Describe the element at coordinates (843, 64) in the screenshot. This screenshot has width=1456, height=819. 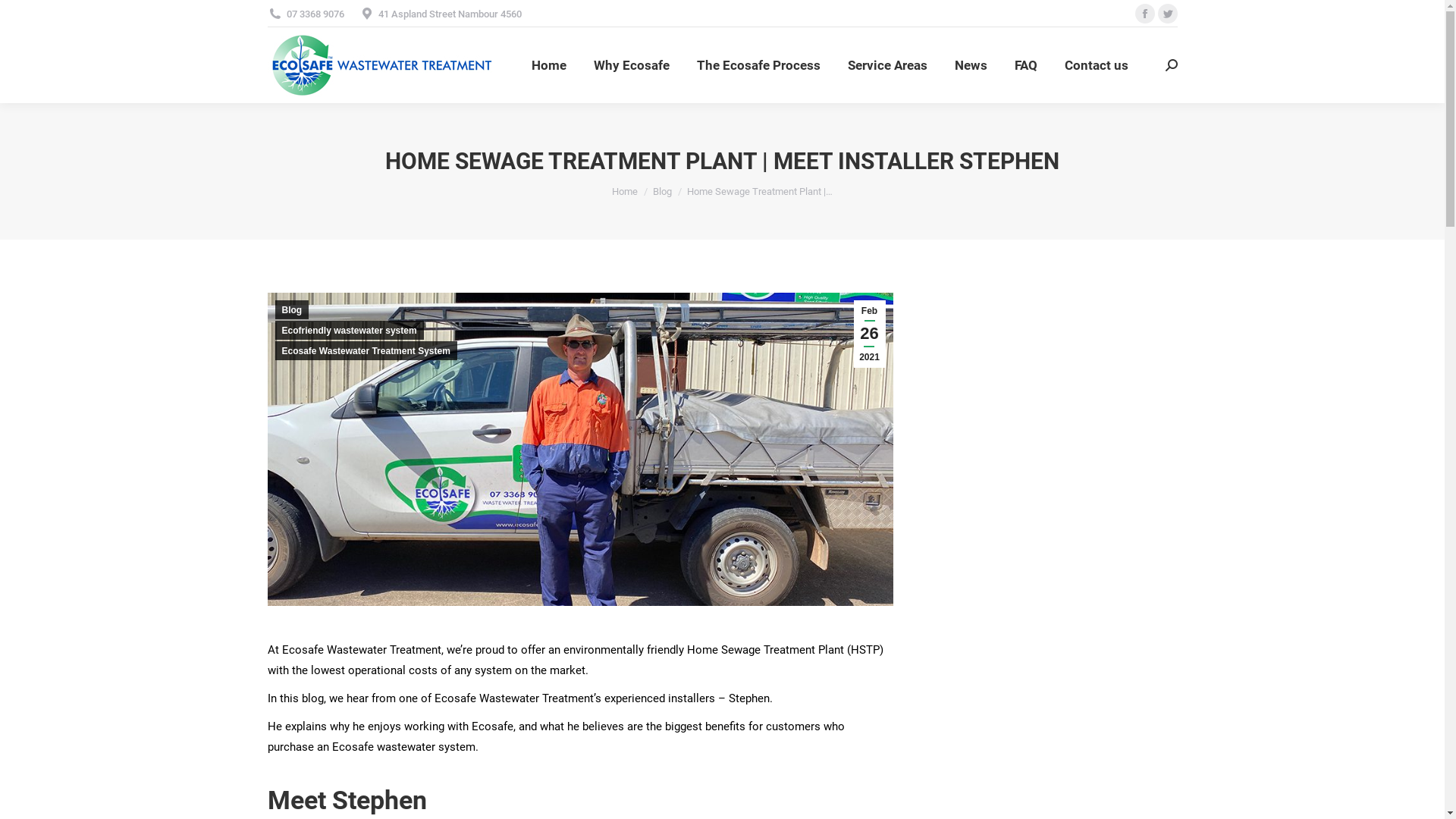
I see `'Service Areas'` at that location.